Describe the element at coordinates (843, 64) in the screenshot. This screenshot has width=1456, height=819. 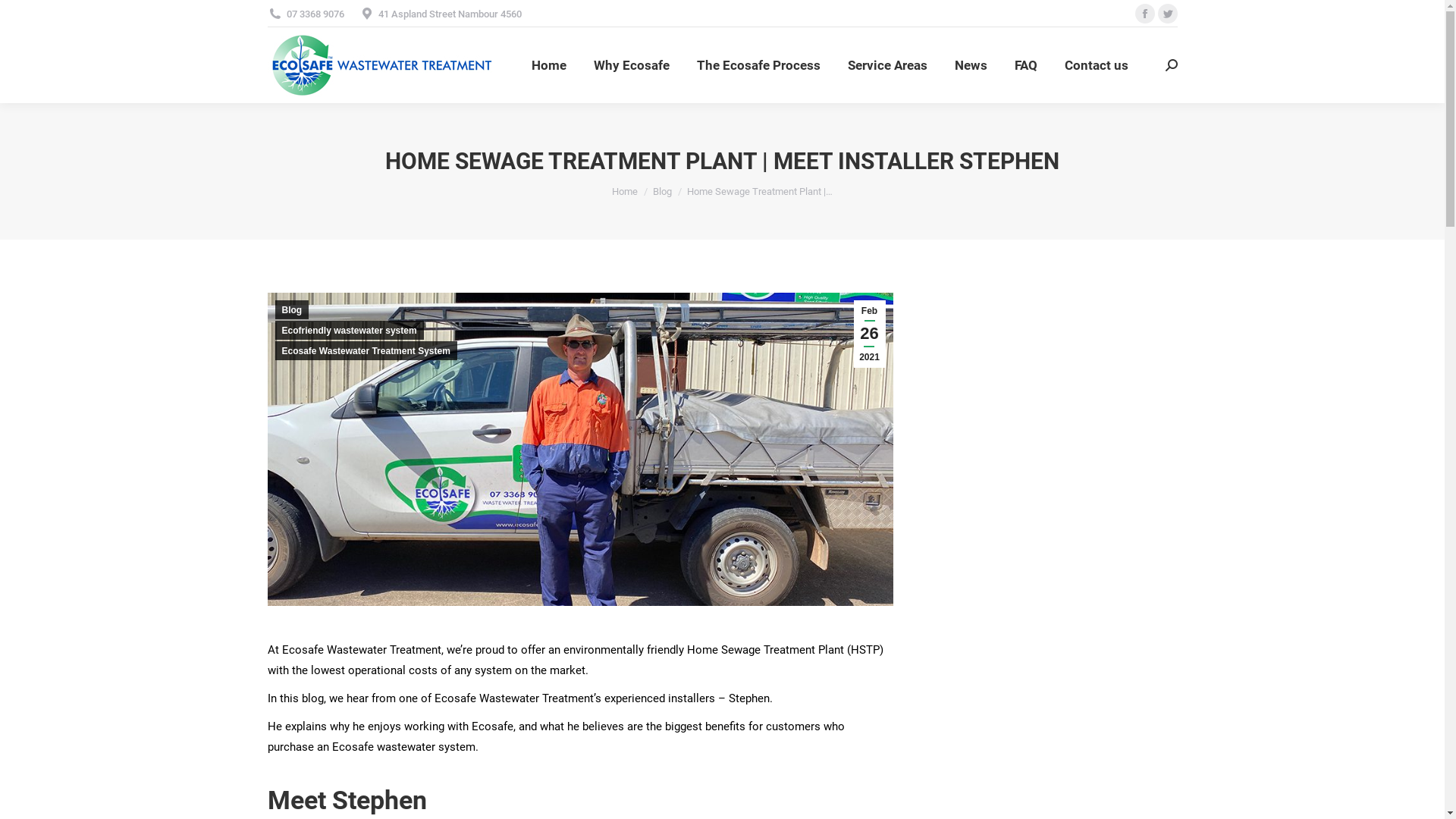
I see `'Service Areas'` at that location.